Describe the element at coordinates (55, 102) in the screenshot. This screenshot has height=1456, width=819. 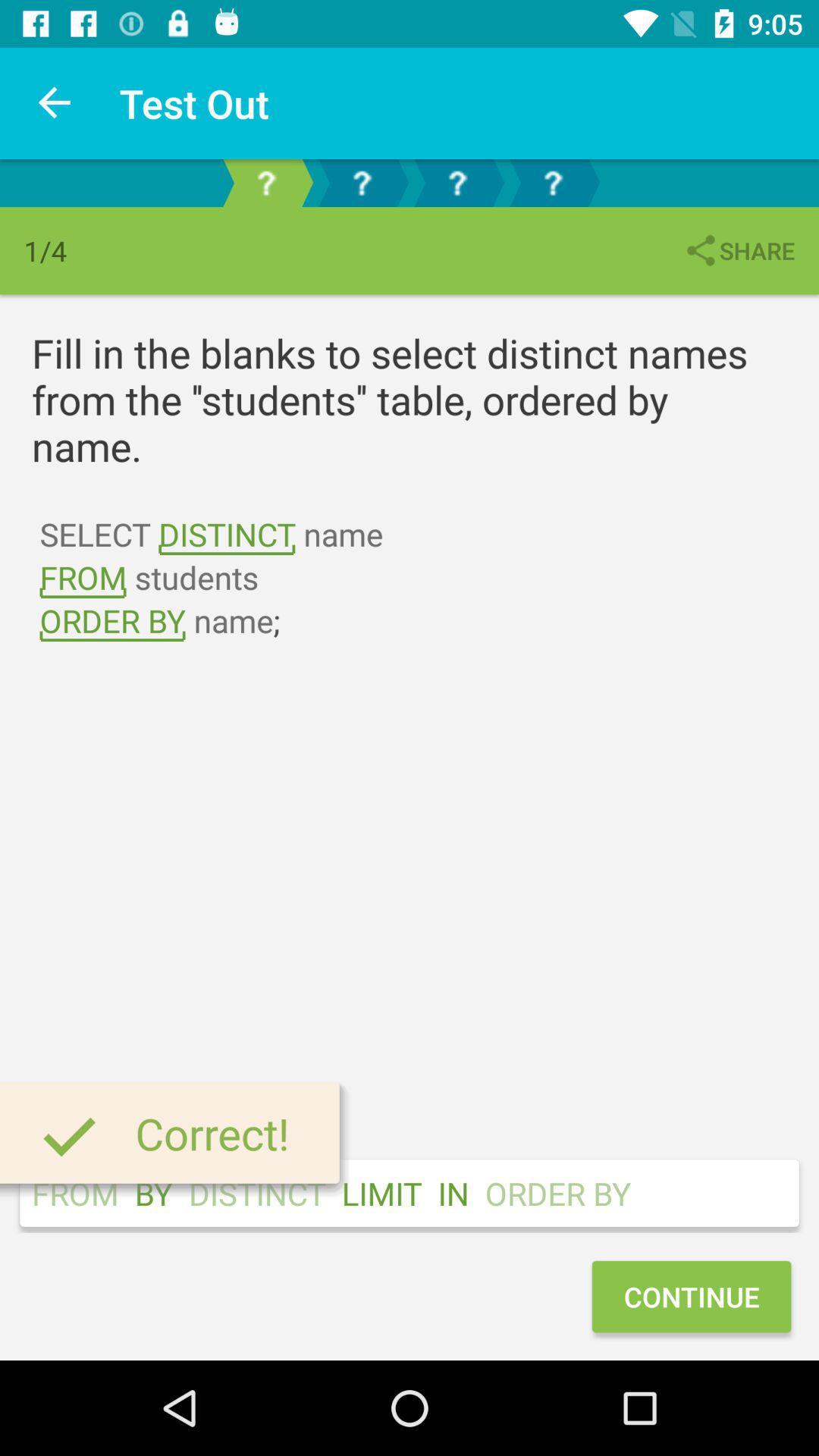
I see `the item above the 1/4 item` at that location.